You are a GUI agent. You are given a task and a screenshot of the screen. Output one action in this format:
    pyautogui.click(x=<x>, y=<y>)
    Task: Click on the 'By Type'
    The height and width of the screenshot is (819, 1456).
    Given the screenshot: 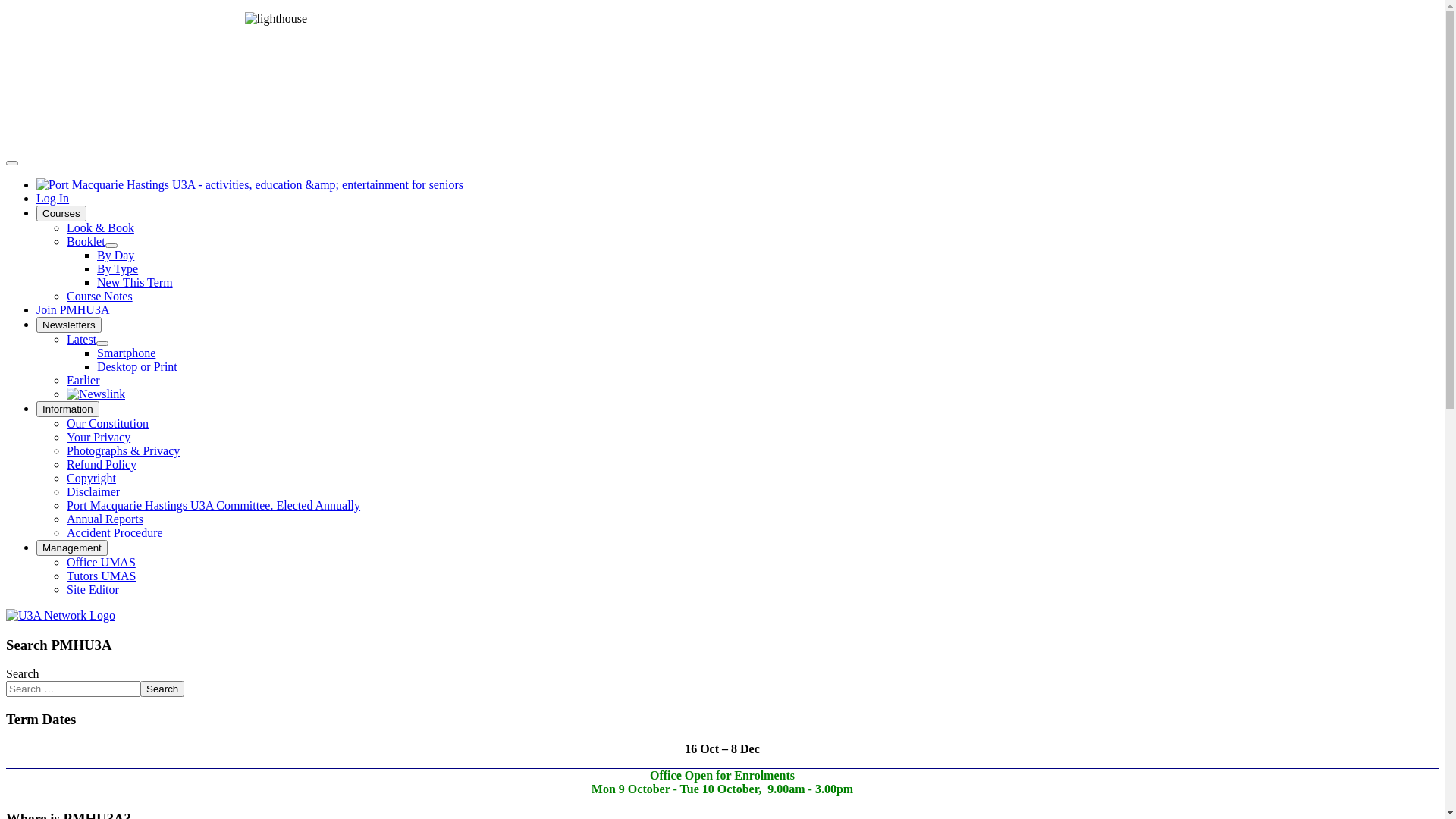 What is the action you would take?
    pyautogui.click(x=116, y=268)
    